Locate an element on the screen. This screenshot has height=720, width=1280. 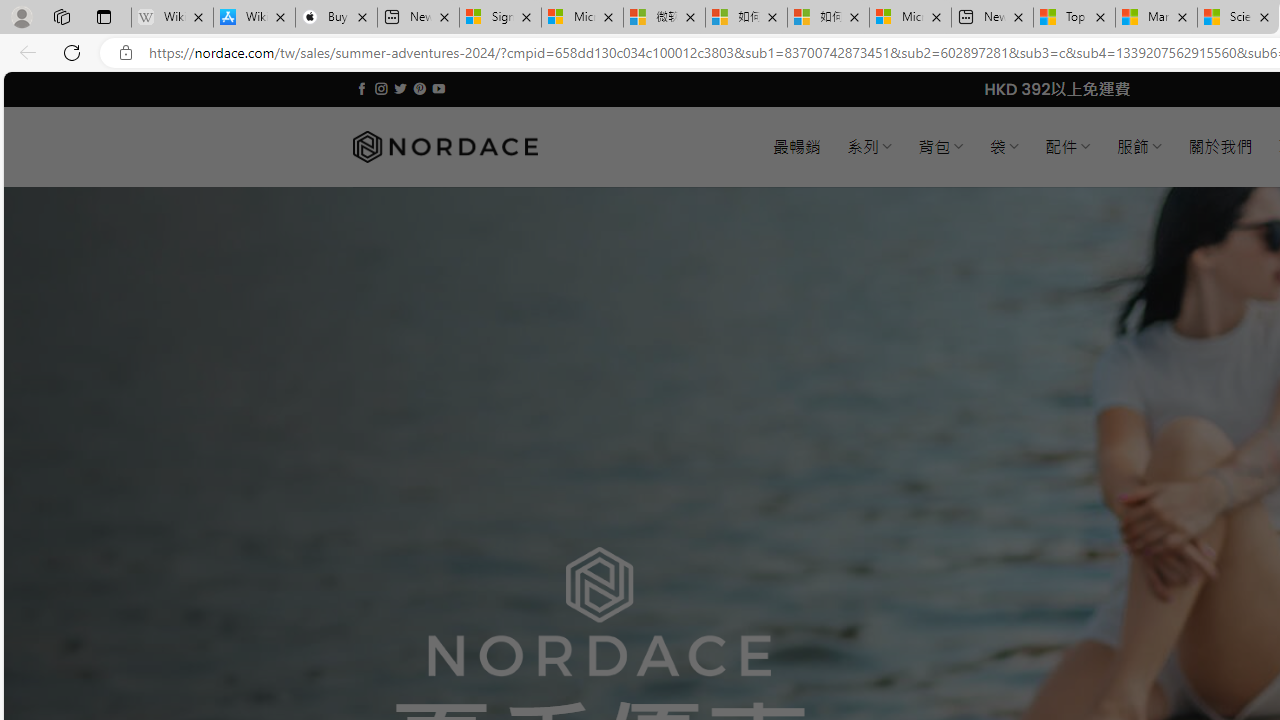
'Sign in to your Microsoft account' is located at coordinates (500, 17).